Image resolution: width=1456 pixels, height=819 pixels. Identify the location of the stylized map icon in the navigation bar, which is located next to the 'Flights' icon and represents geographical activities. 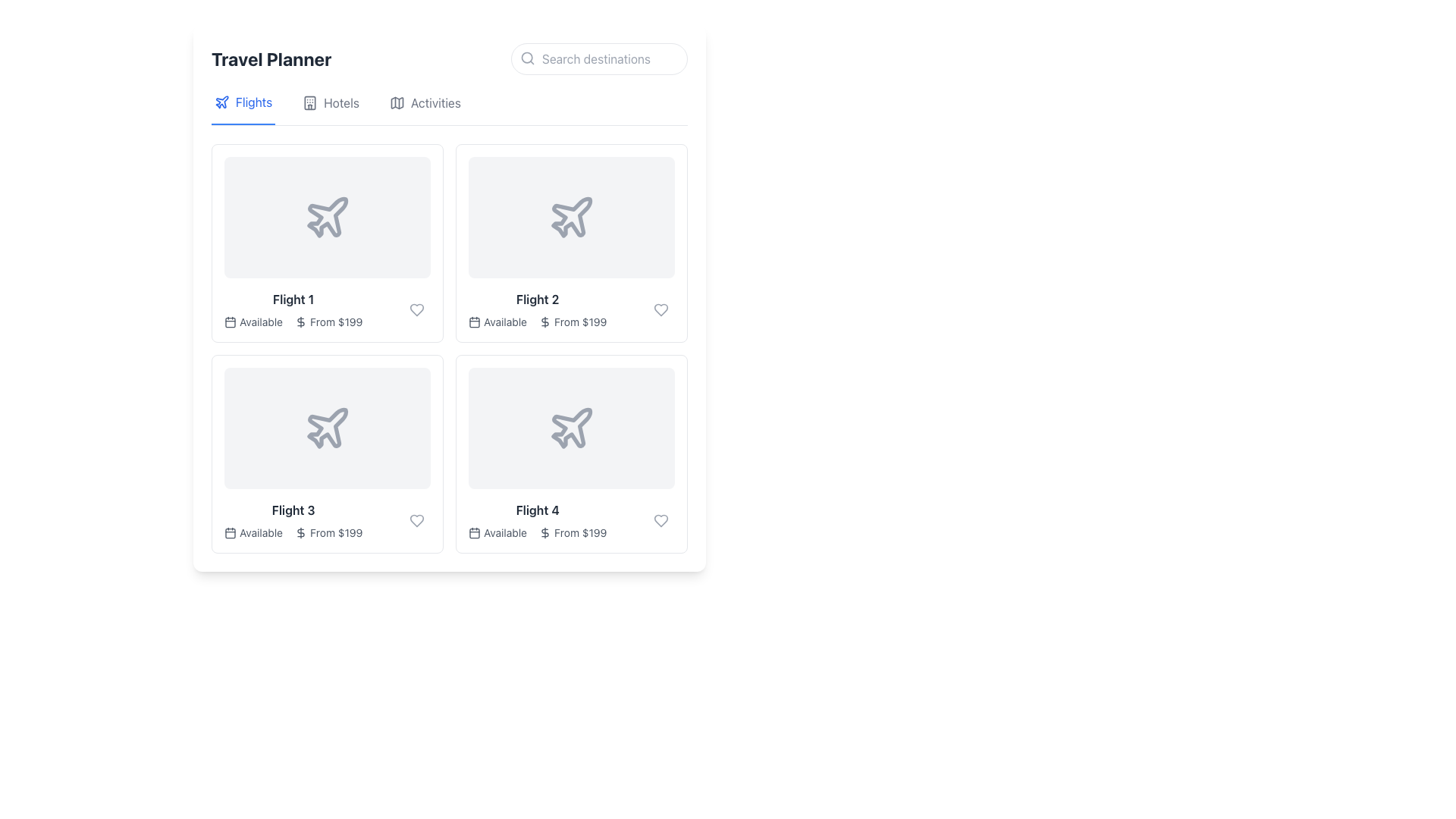
(397, 102).